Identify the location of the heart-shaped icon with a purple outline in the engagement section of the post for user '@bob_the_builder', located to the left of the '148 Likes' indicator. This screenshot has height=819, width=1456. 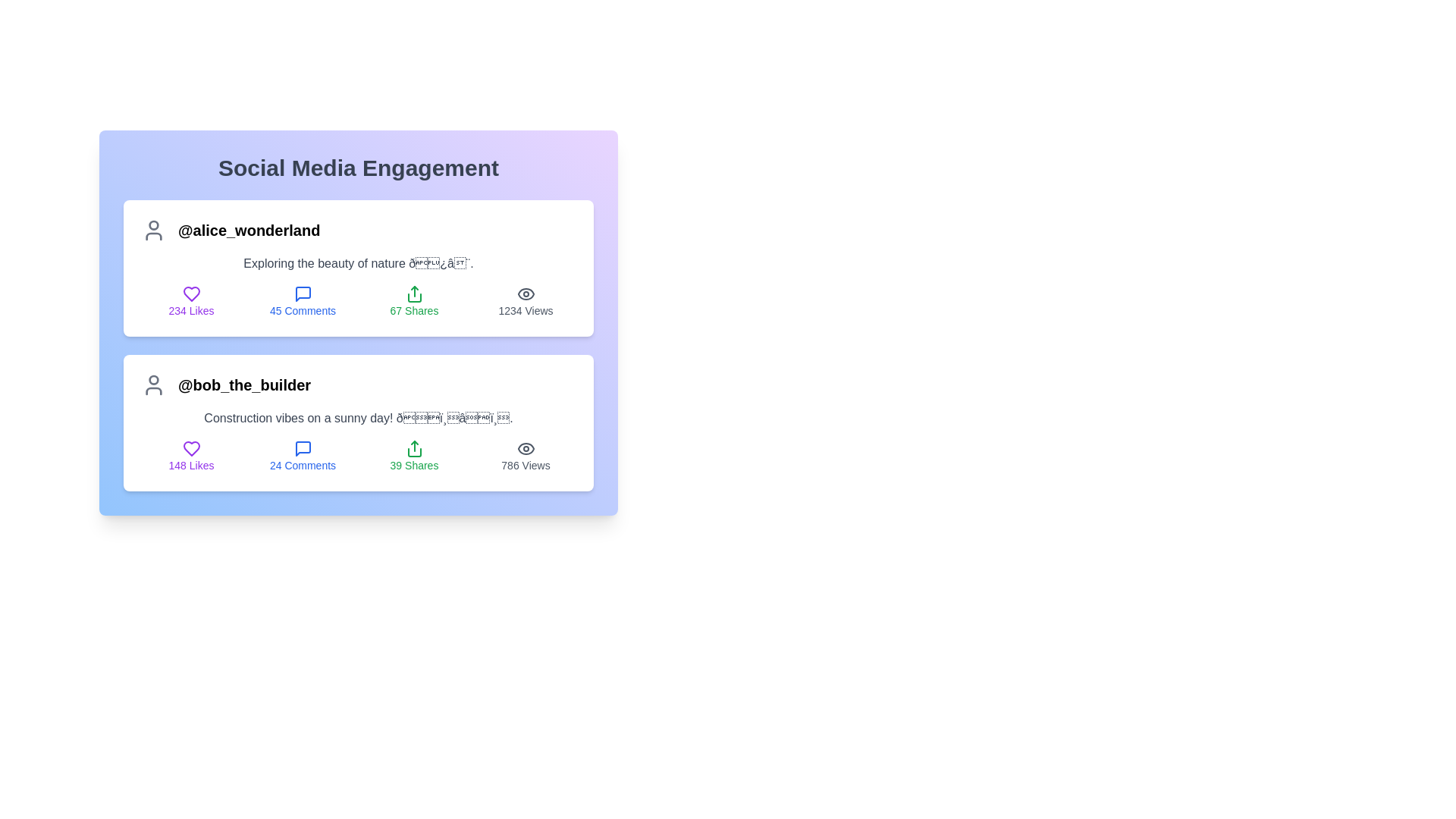
(190, 447).